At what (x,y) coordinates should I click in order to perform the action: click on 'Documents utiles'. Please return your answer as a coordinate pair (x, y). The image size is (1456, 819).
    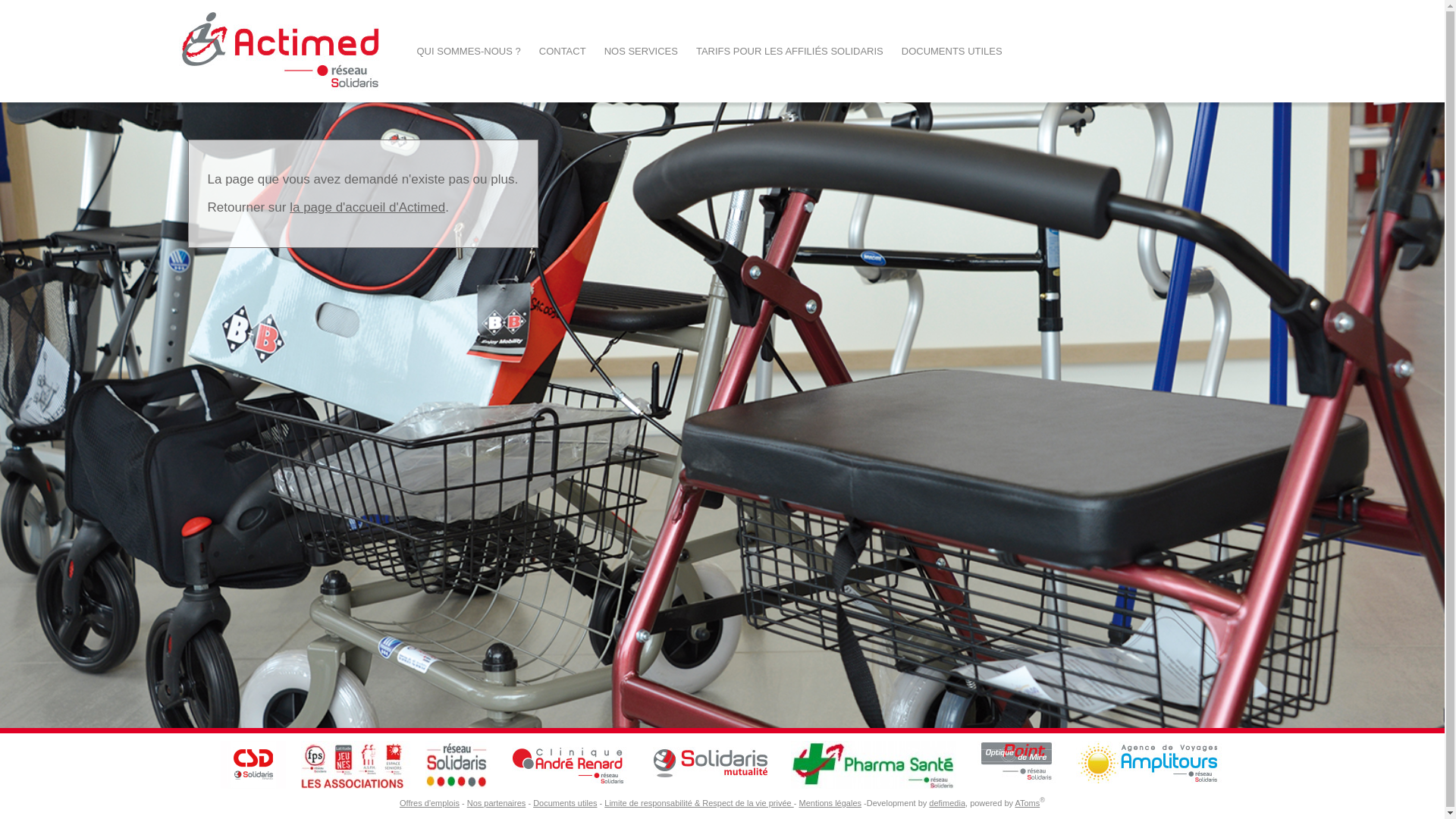
    Looking at the image, I should click on (563, 802).